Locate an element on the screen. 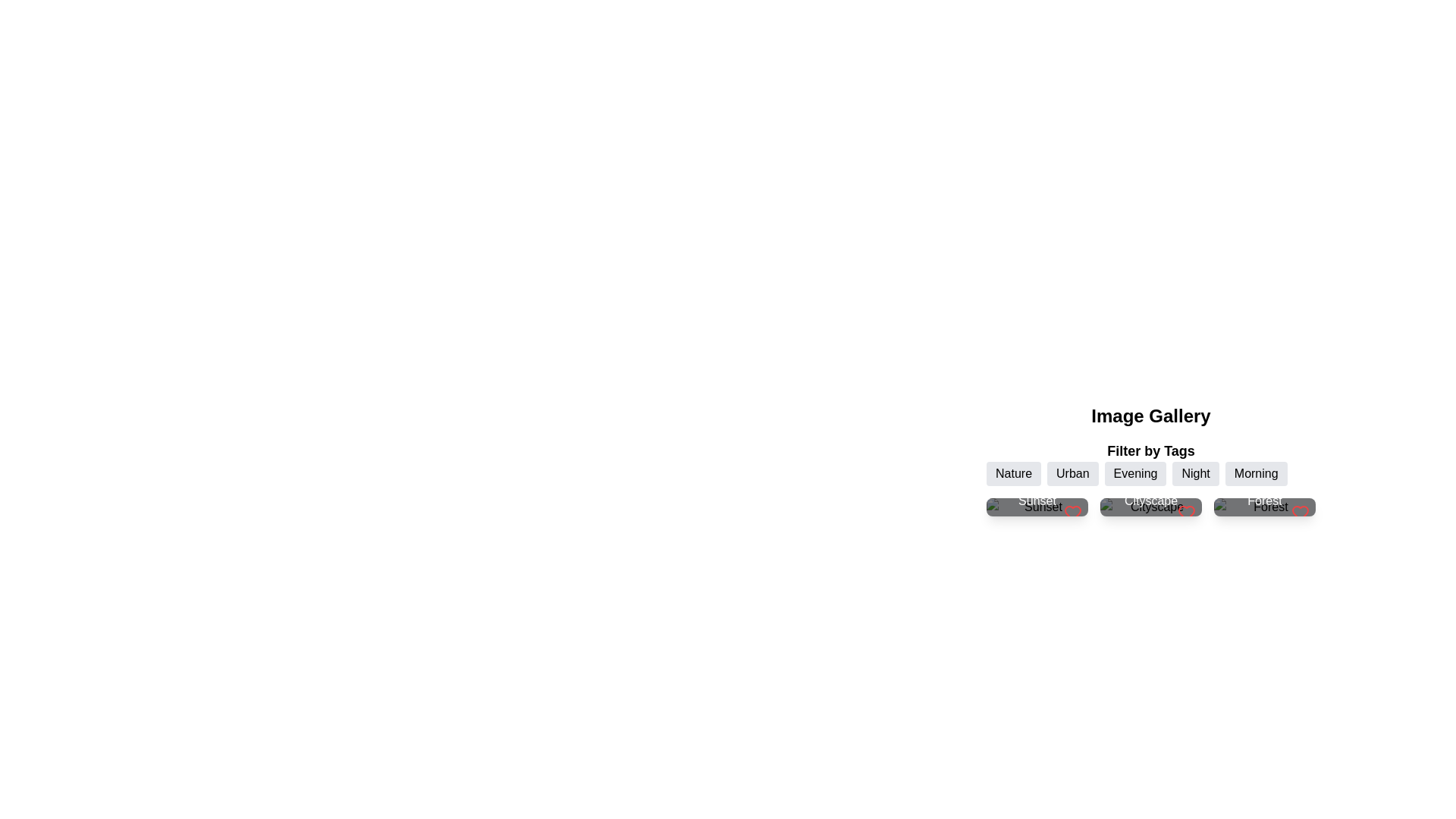 Image resolution: width=1456 pixels, height=819 pixels. the third image card is located at coordinates (1265, 507).